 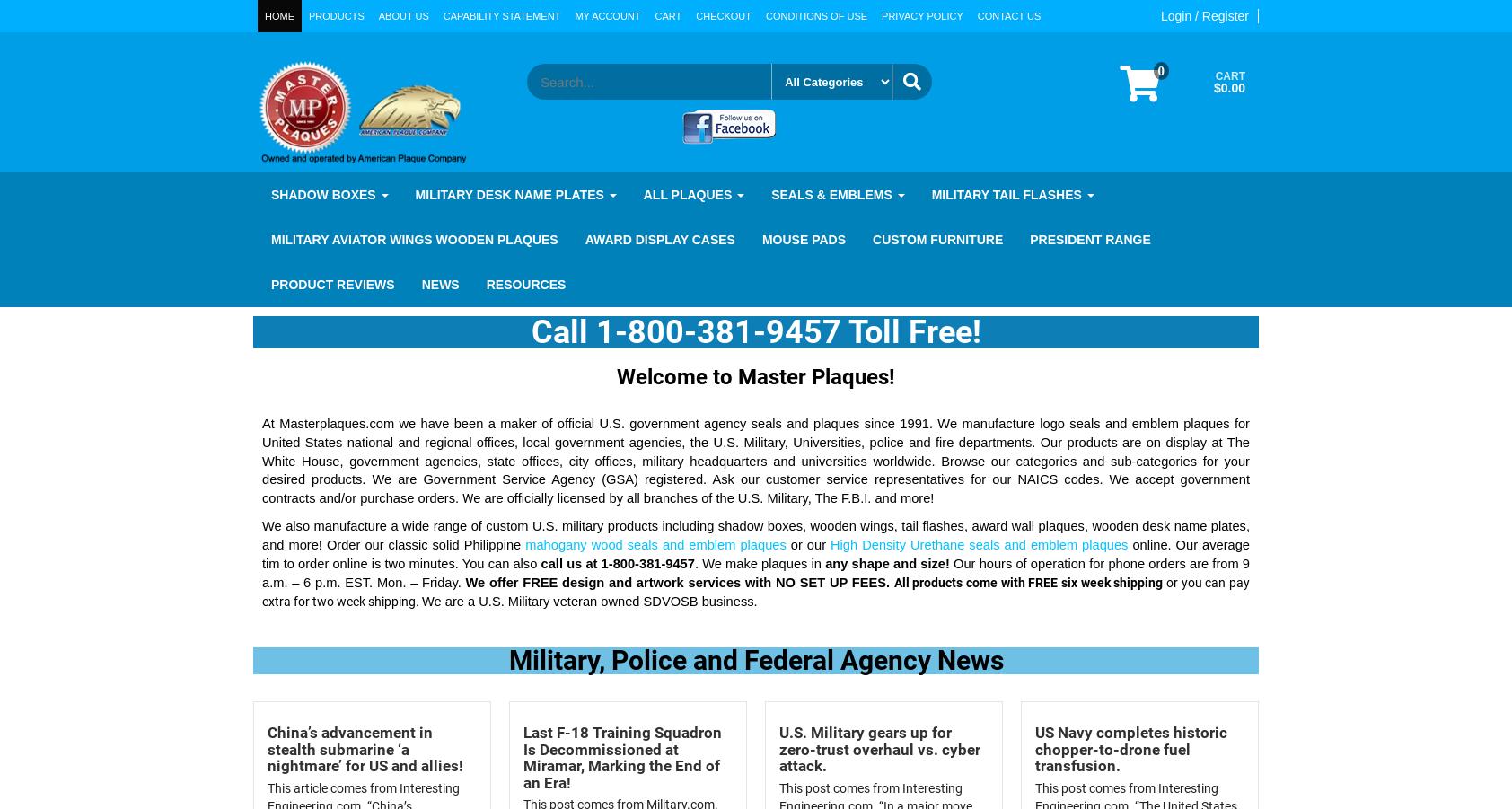 What do you see at coordinates (1203, 15) in the screenshot?
I see `'Login / Register'` at bounding box center [1203, 15].